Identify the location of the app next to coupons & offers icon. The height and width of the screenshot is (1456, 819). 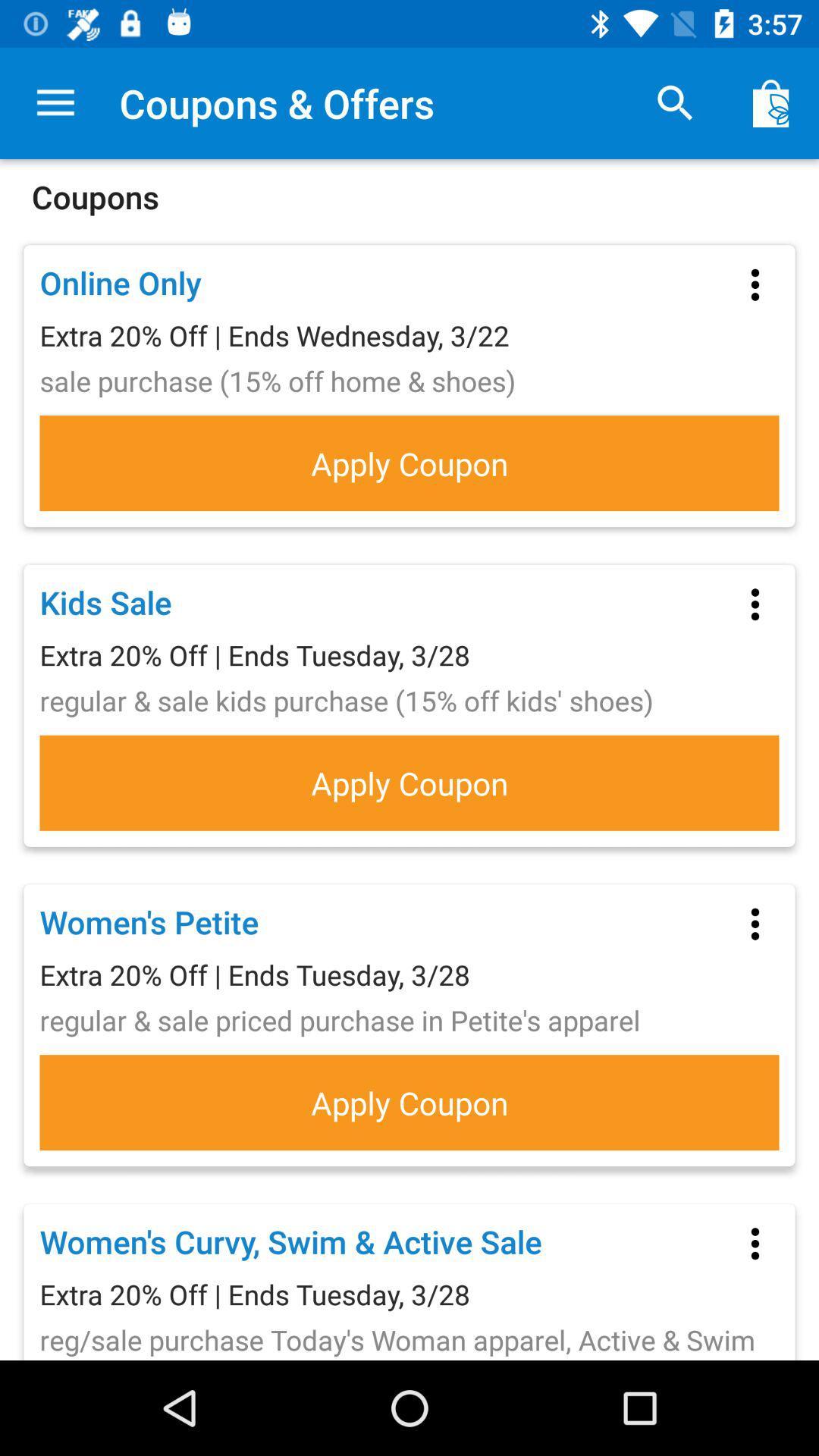
(55, 102).